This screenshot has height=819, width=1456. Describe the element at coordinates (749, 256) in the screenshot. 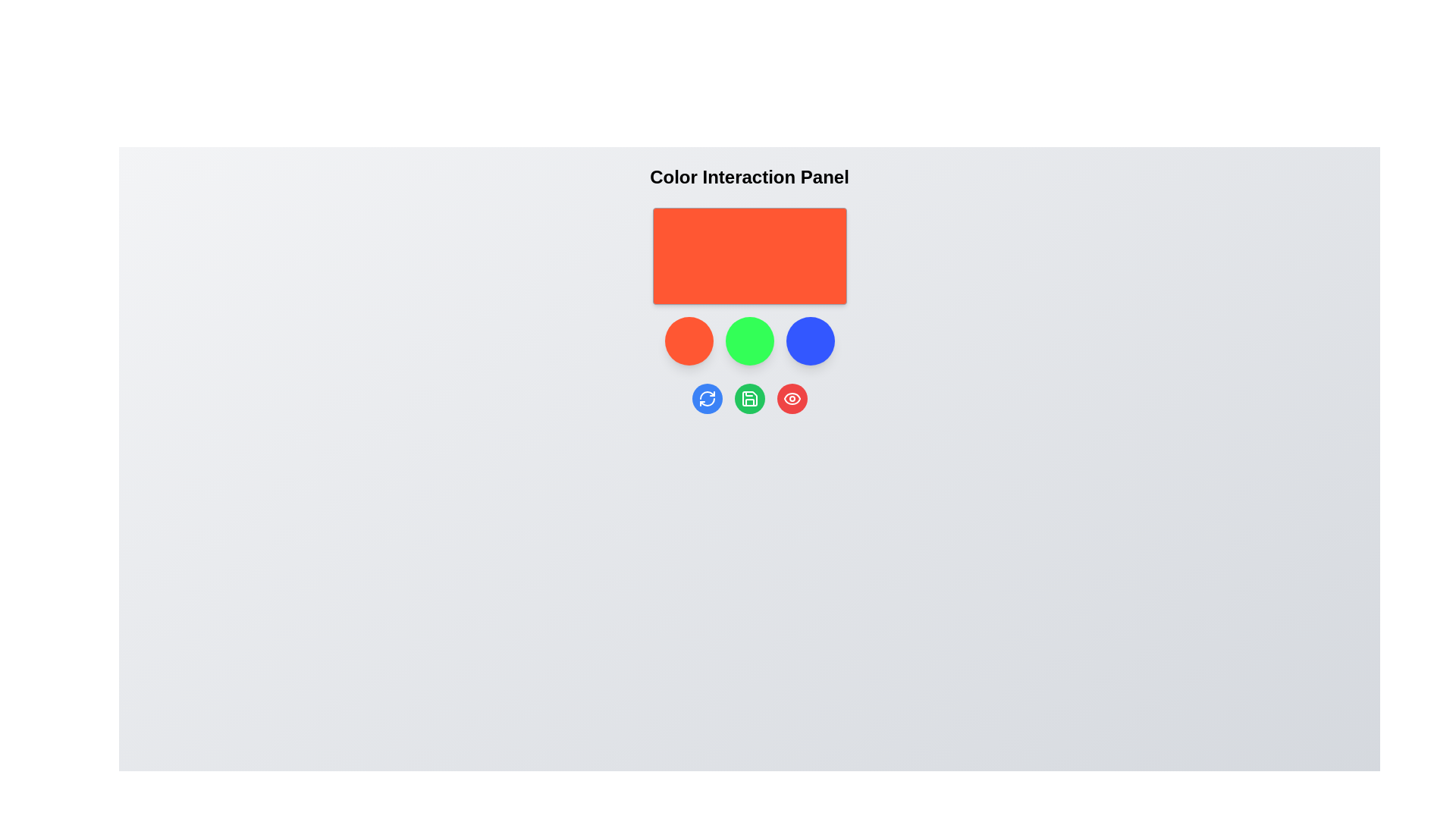

I see `the Static Display Area which is a rectangular block with rounded corners, vibrant red background, located below the 'Color Interaction Panel'` at that location.